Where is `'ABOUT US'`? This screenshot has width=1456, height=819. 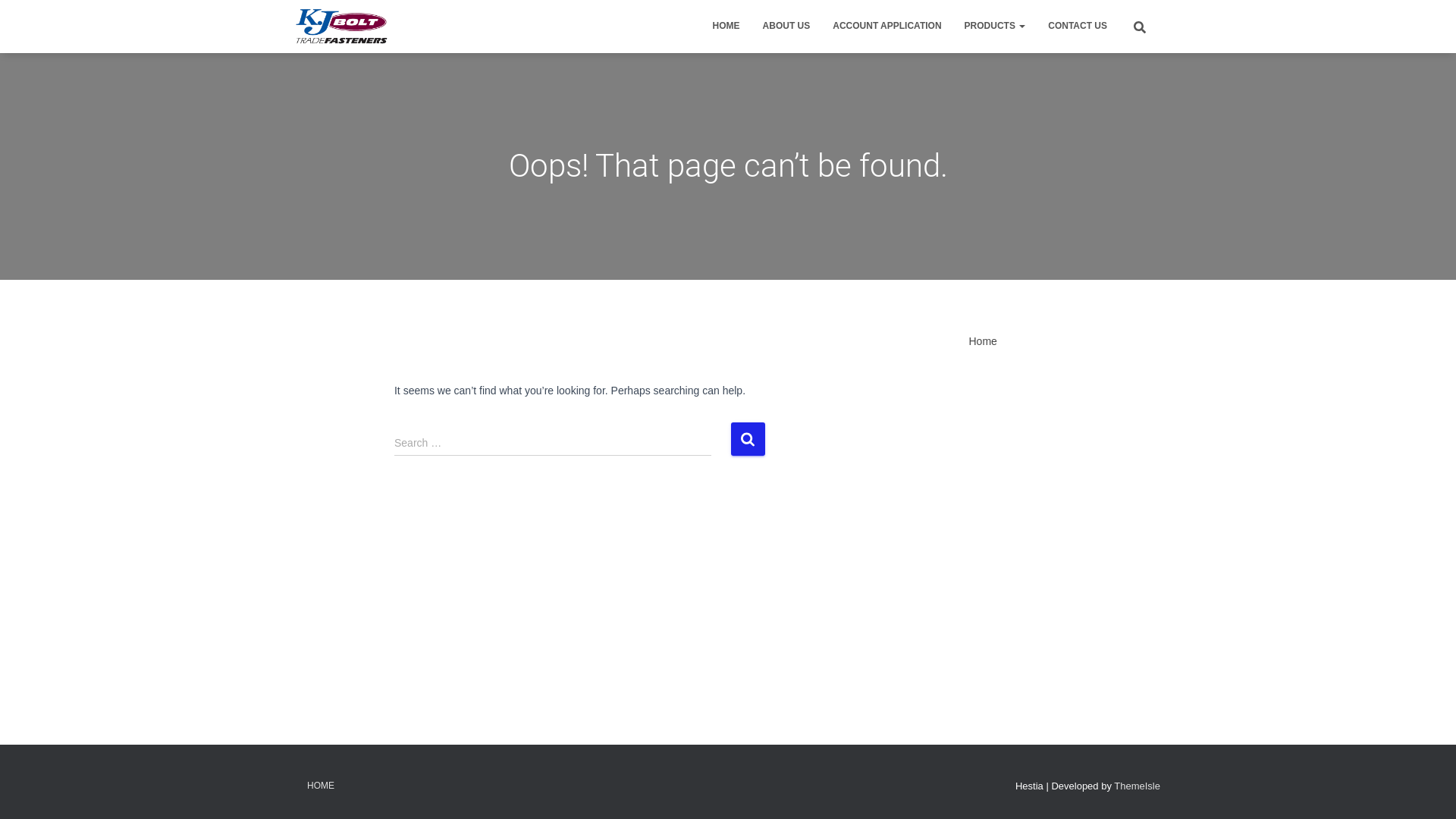 'ABOUT US' is located at coordinates (786, 26).